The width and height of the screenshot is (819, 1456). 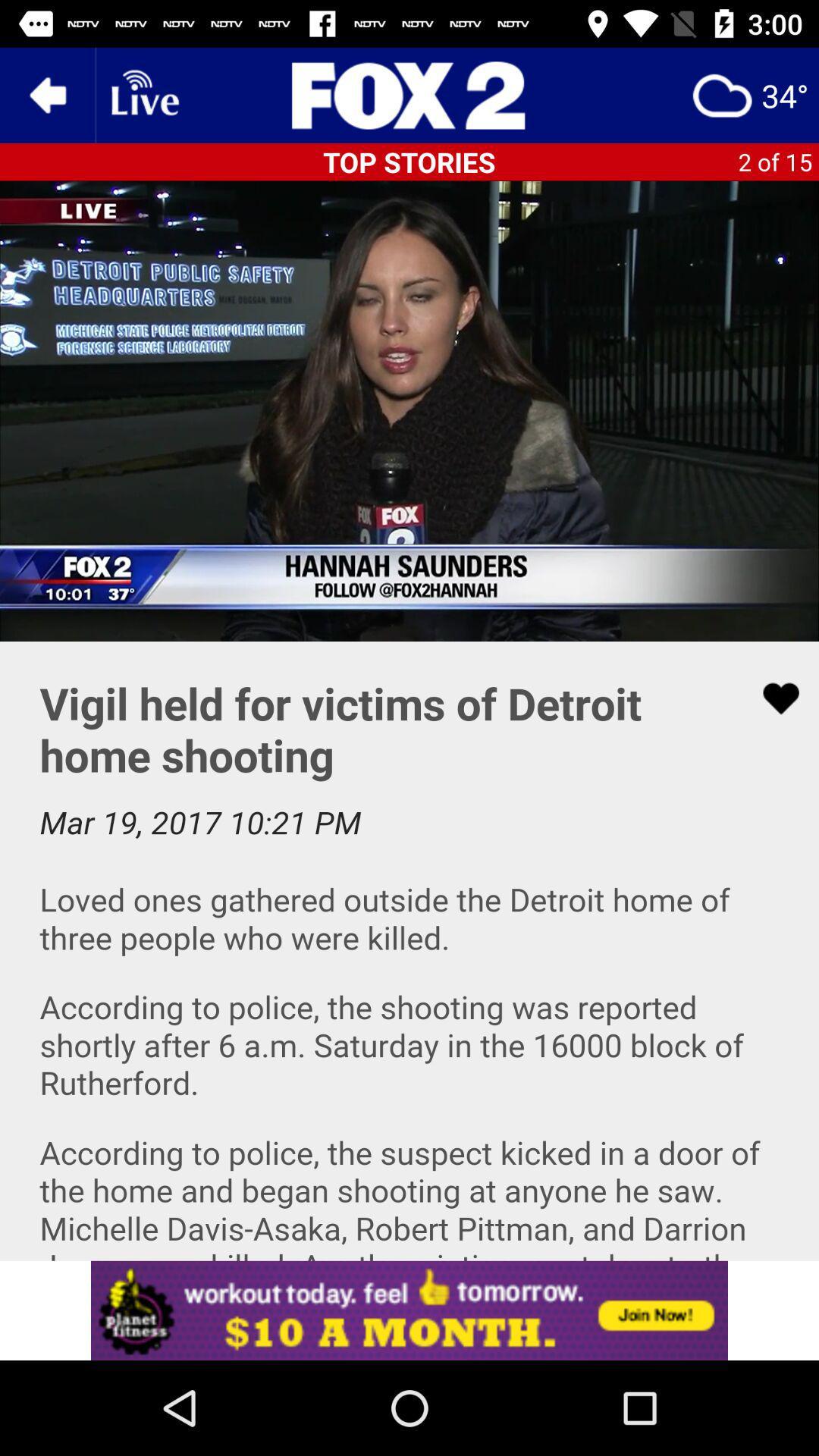 I want to click on click the heart, so click(x=771, y=698).